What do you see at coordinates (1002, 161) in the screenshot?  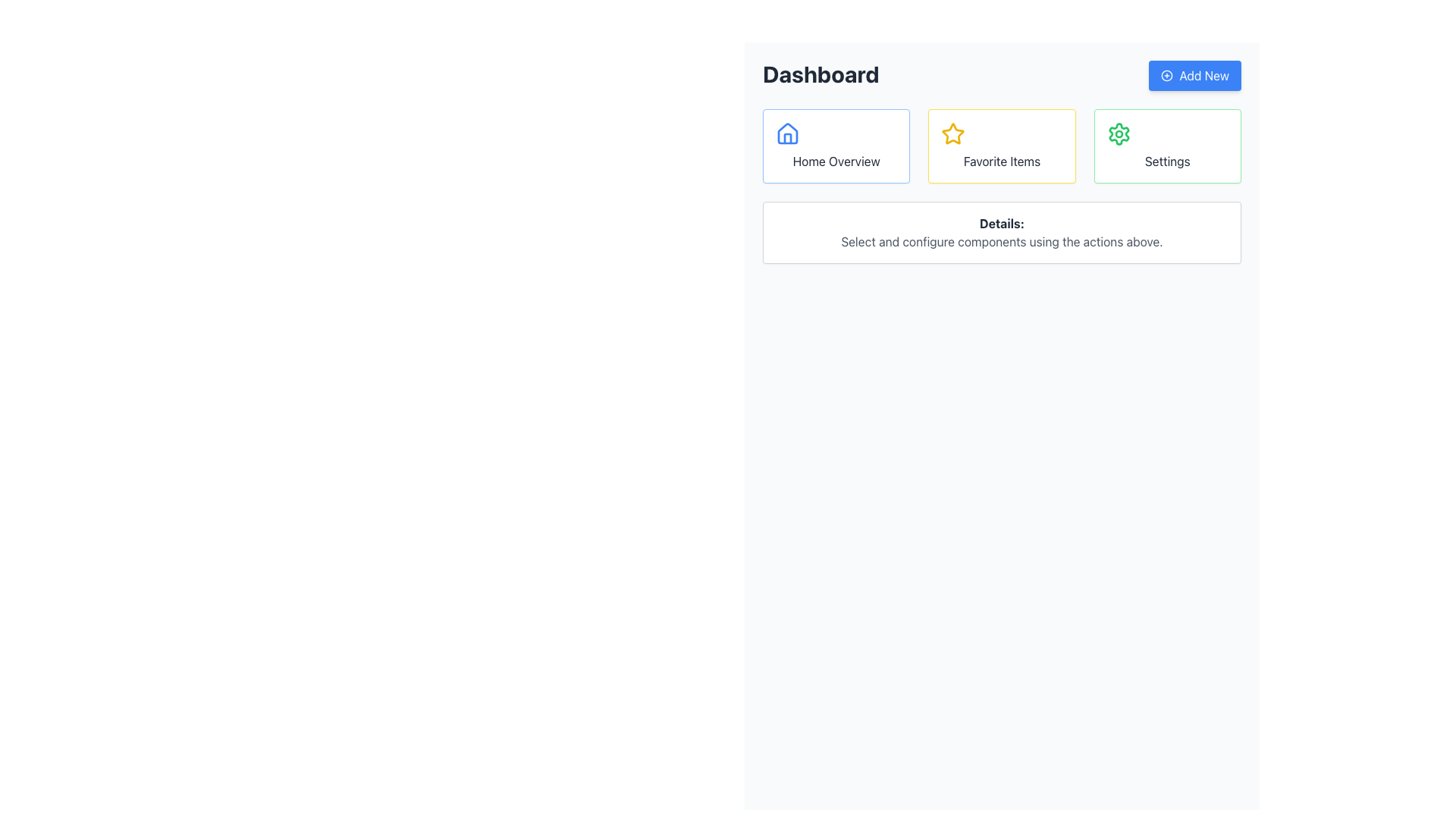 I see `'Favorite Items' text label located at the bottom of the yellow-bordered box in the middle section of the dashboard interface` at bounding box center [1002, 161].